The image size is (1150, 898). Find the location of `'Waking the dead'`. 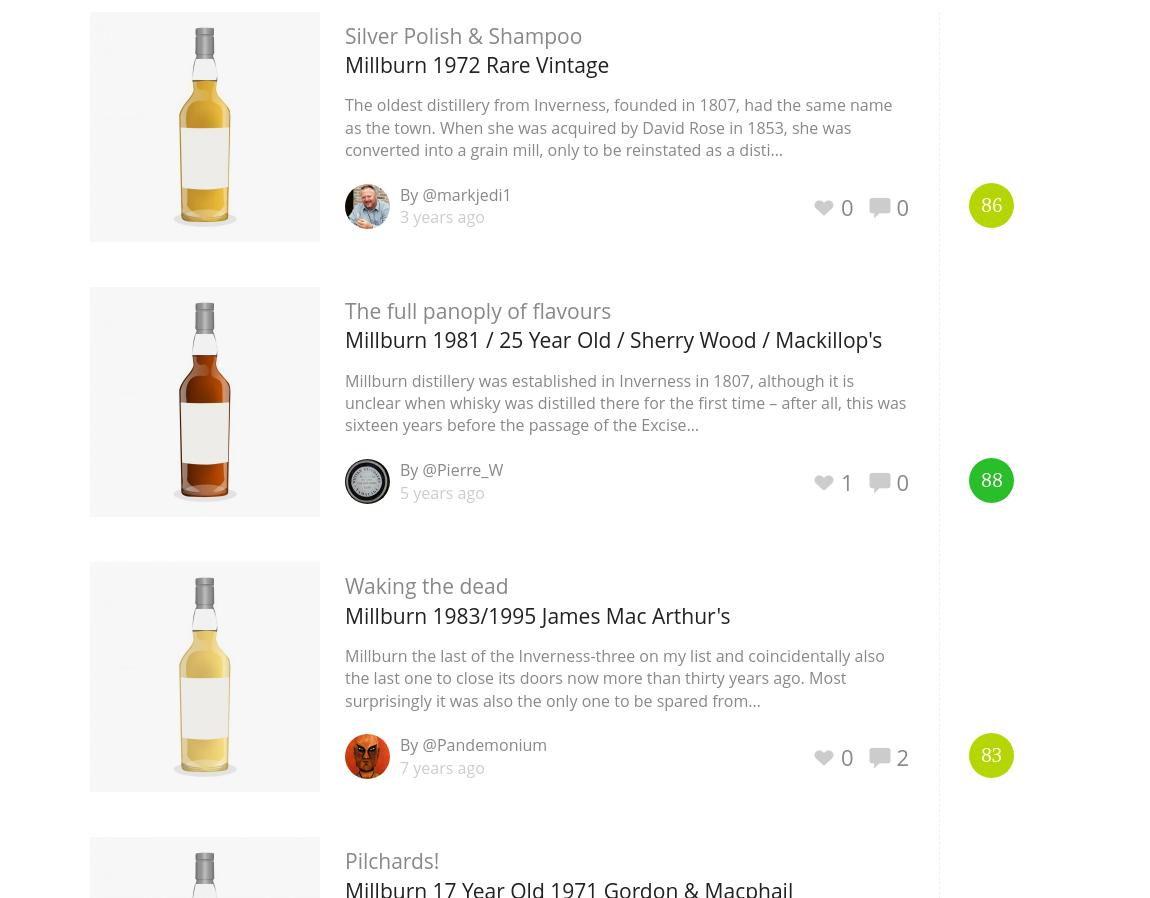

'Waking the dead' is located at coordinates (426, 585).